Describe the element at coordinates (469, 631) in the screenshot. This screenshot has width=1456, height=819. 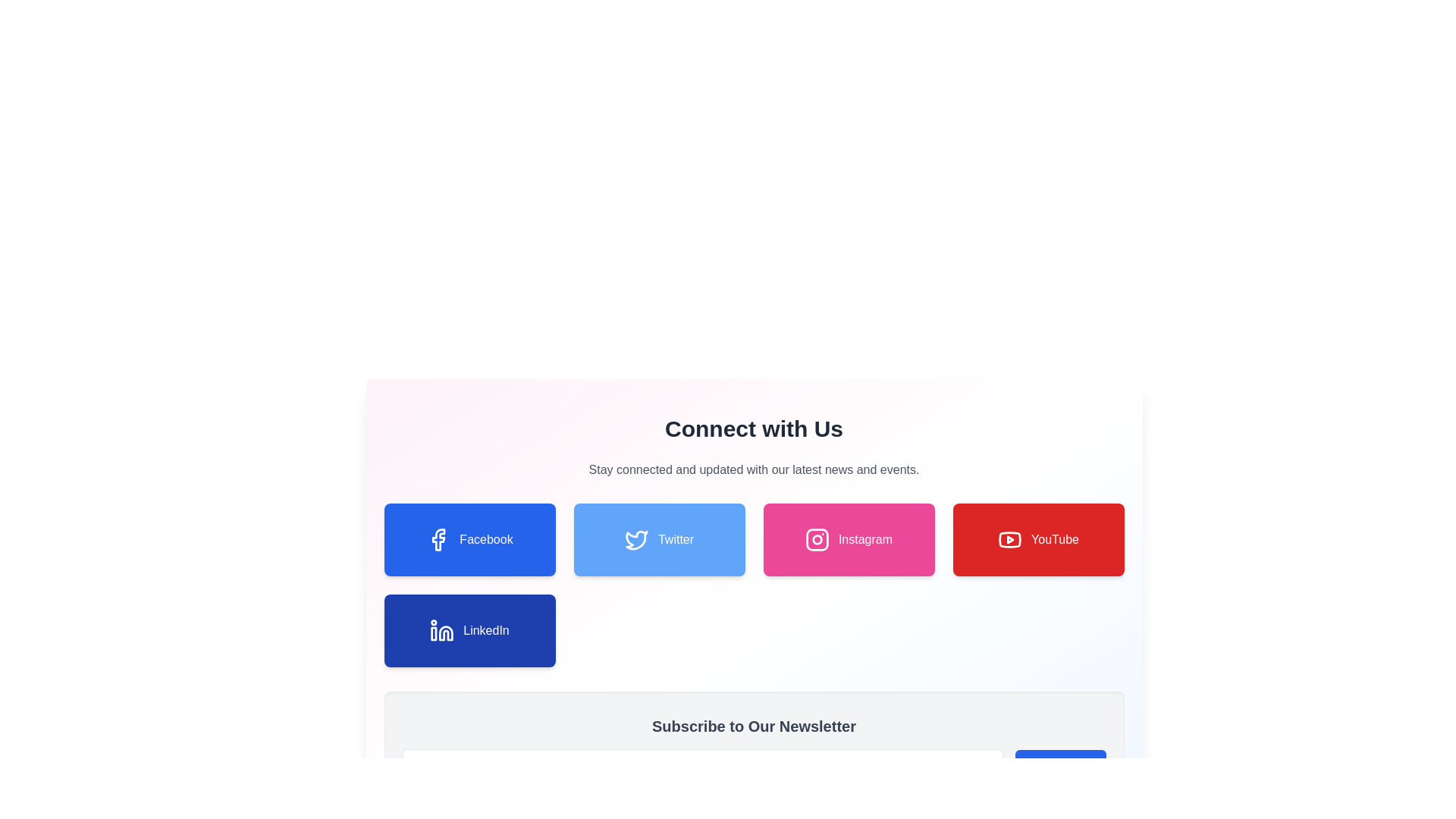
I see `the Interactive button labeled 'LinkedIn' with a blue background and a white LinkedIn logo` at that location.